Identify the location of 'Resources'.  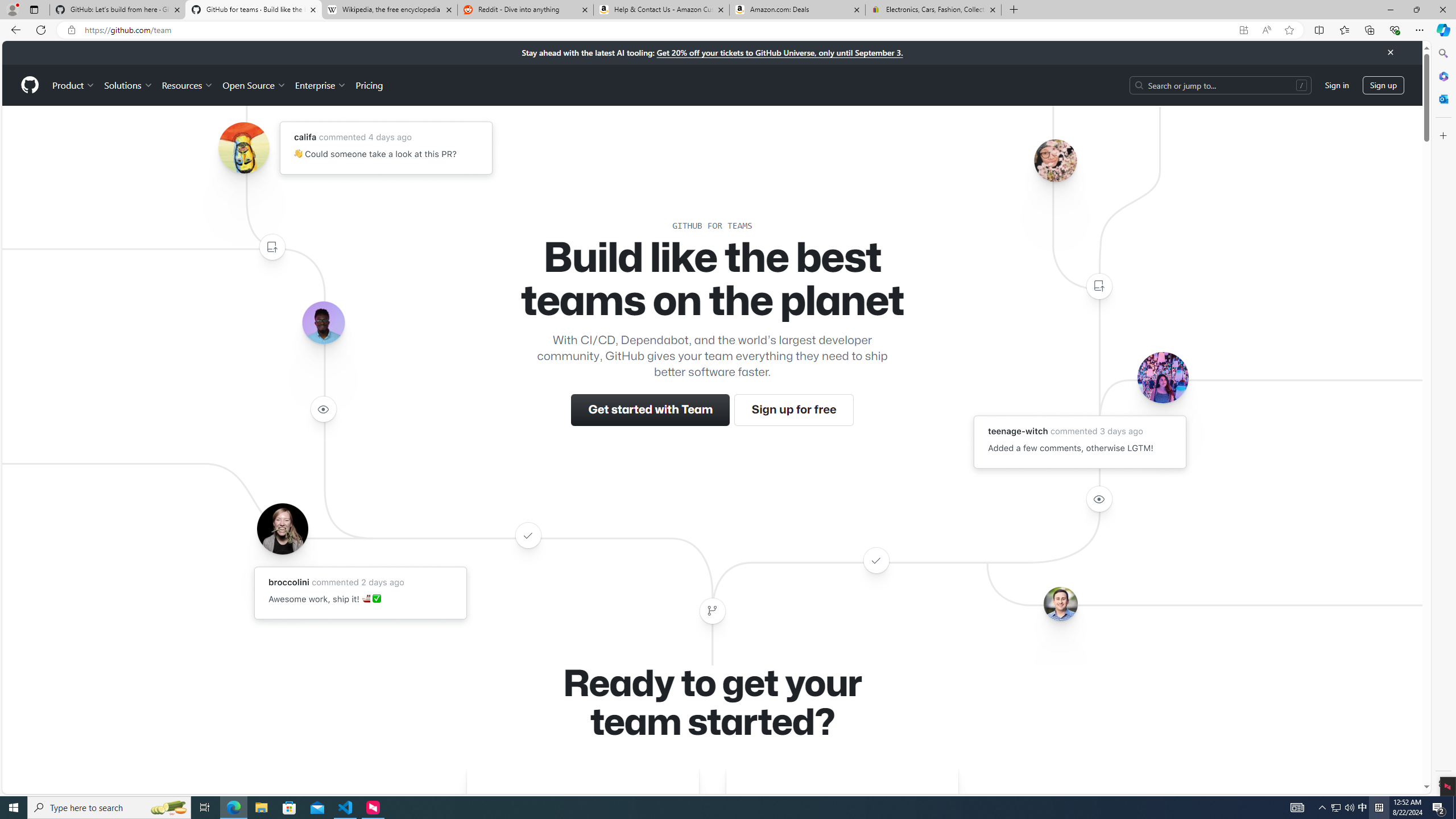
(188, 85).